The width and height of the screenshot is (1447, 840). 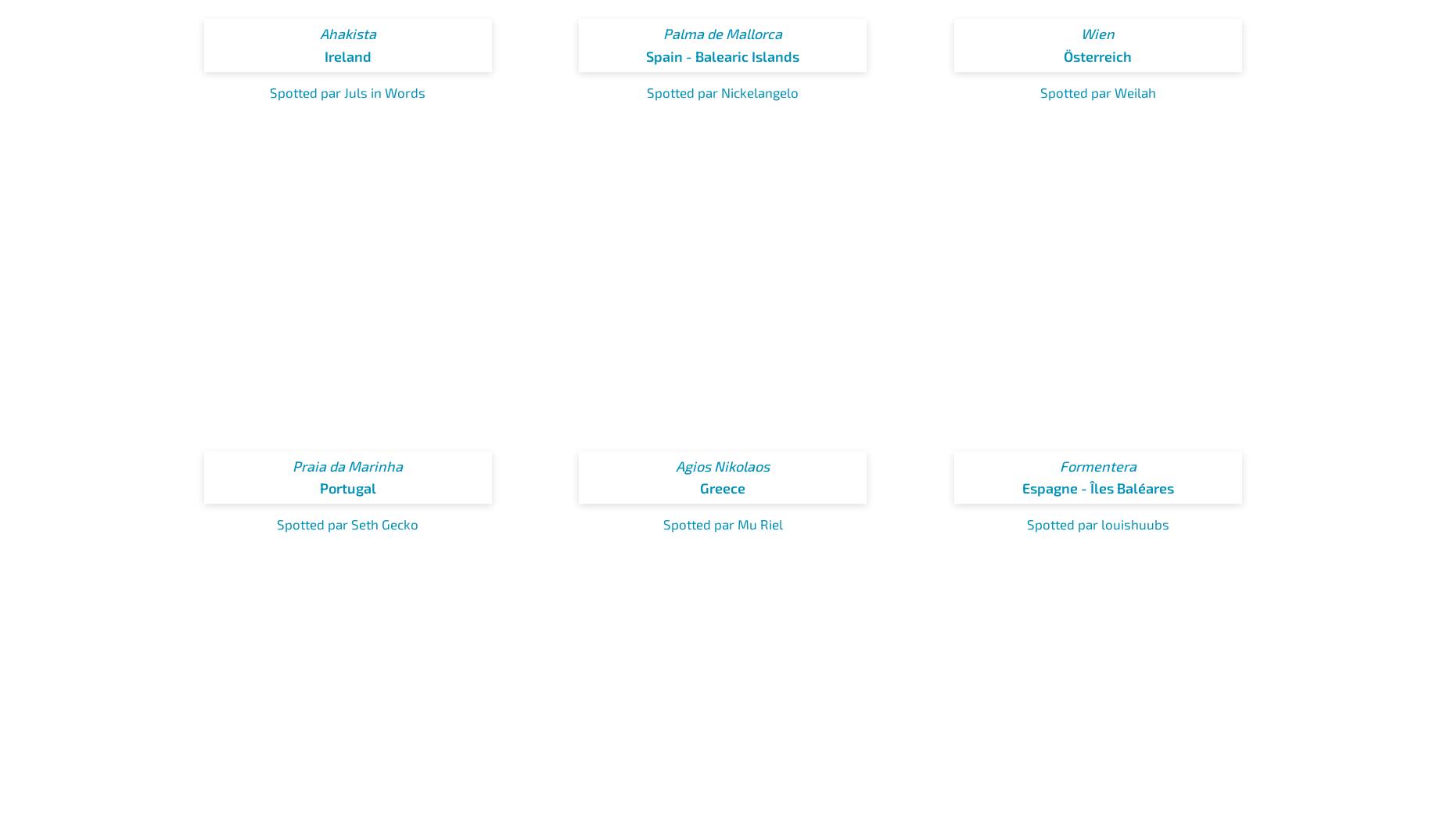 What do you see at coordinates (346, 32) in the screenshot?
I see `'Ahakista'` at bounding box center [346, 32].